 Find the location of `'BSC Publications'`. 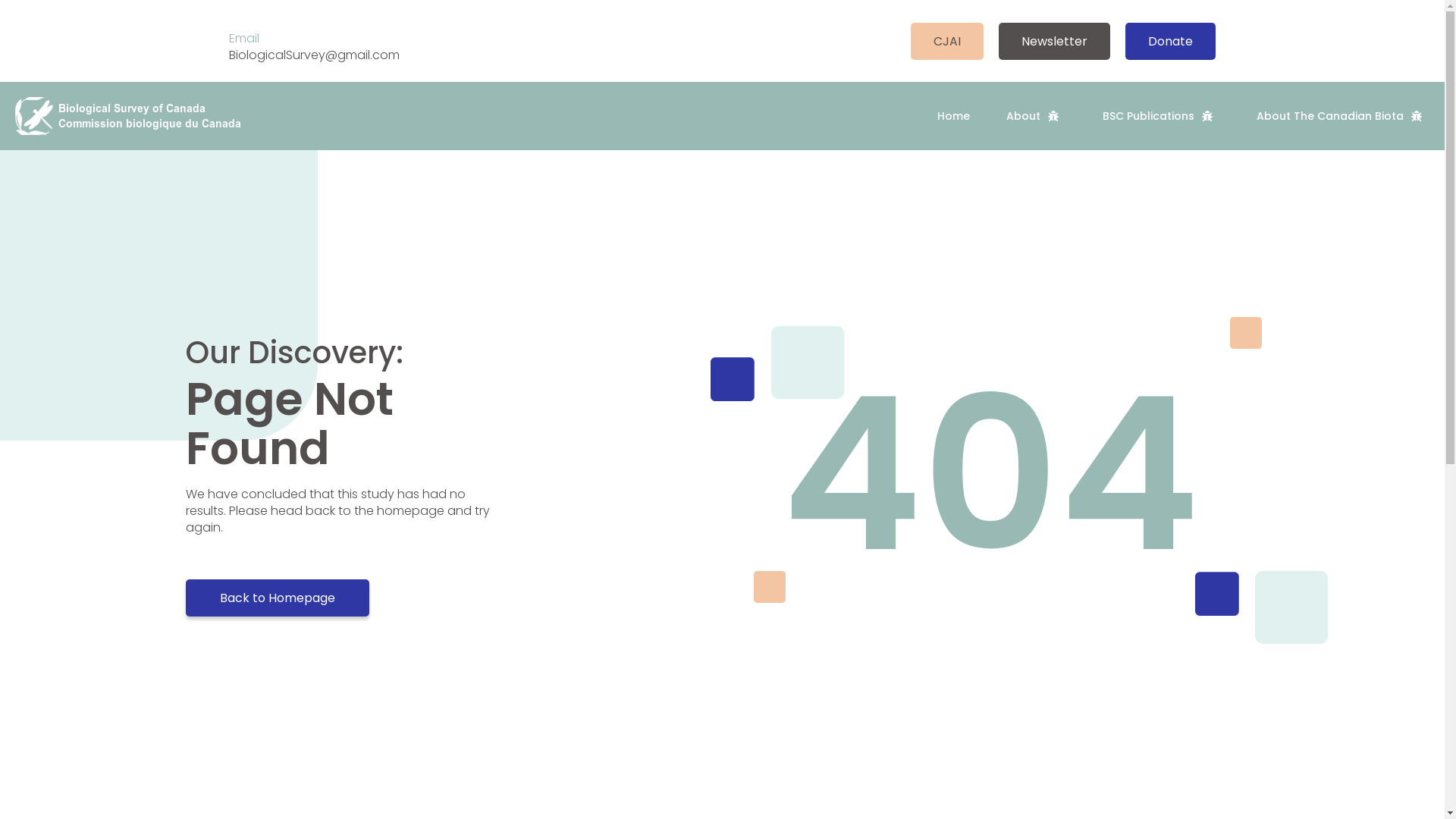

'BSC Publications' is located at coordinates (1160, 115).